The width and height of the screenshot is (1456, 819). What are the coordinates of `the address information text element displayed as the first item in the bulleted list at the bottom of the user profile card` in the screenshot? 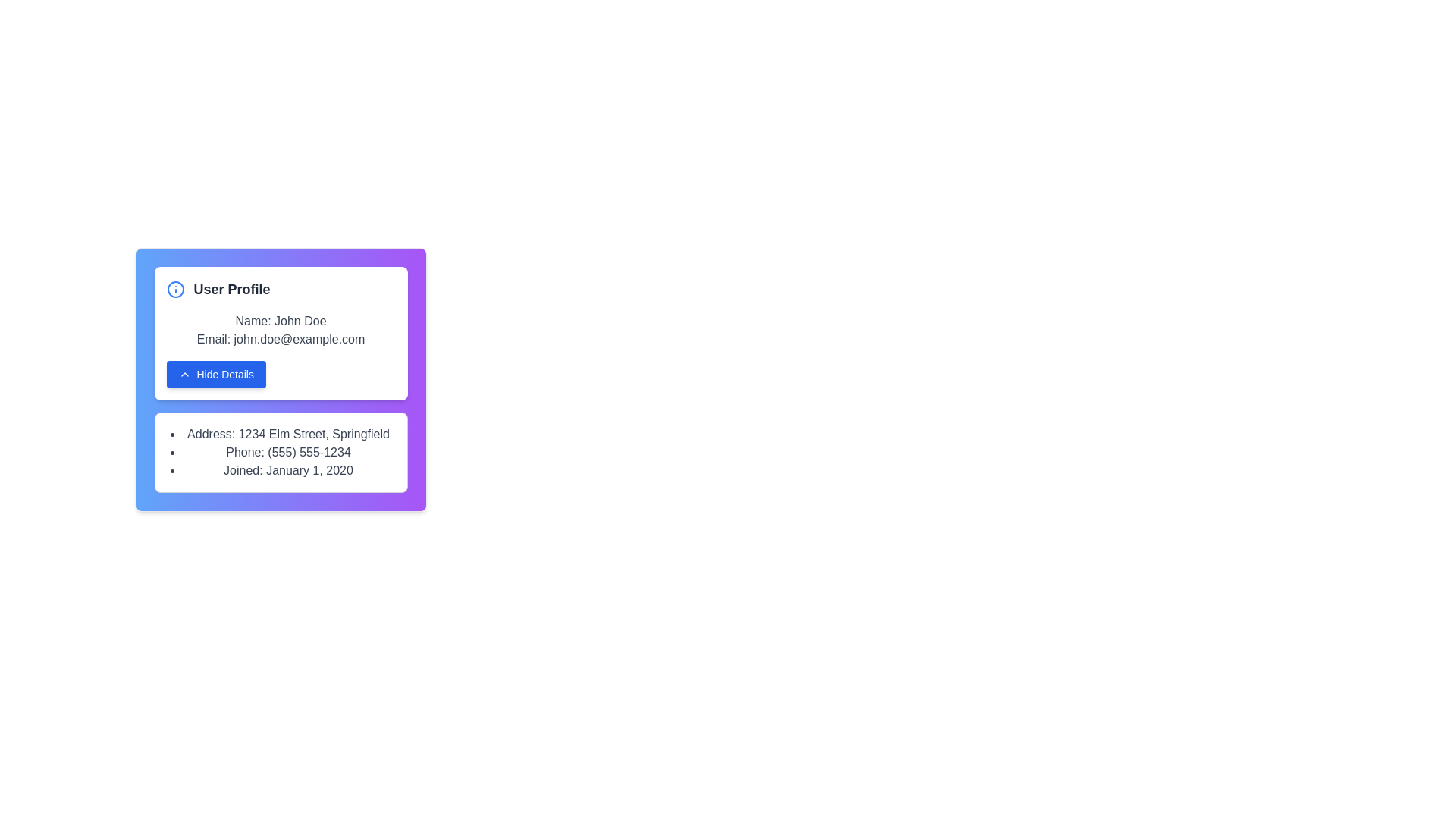 It's located at (288, 435).